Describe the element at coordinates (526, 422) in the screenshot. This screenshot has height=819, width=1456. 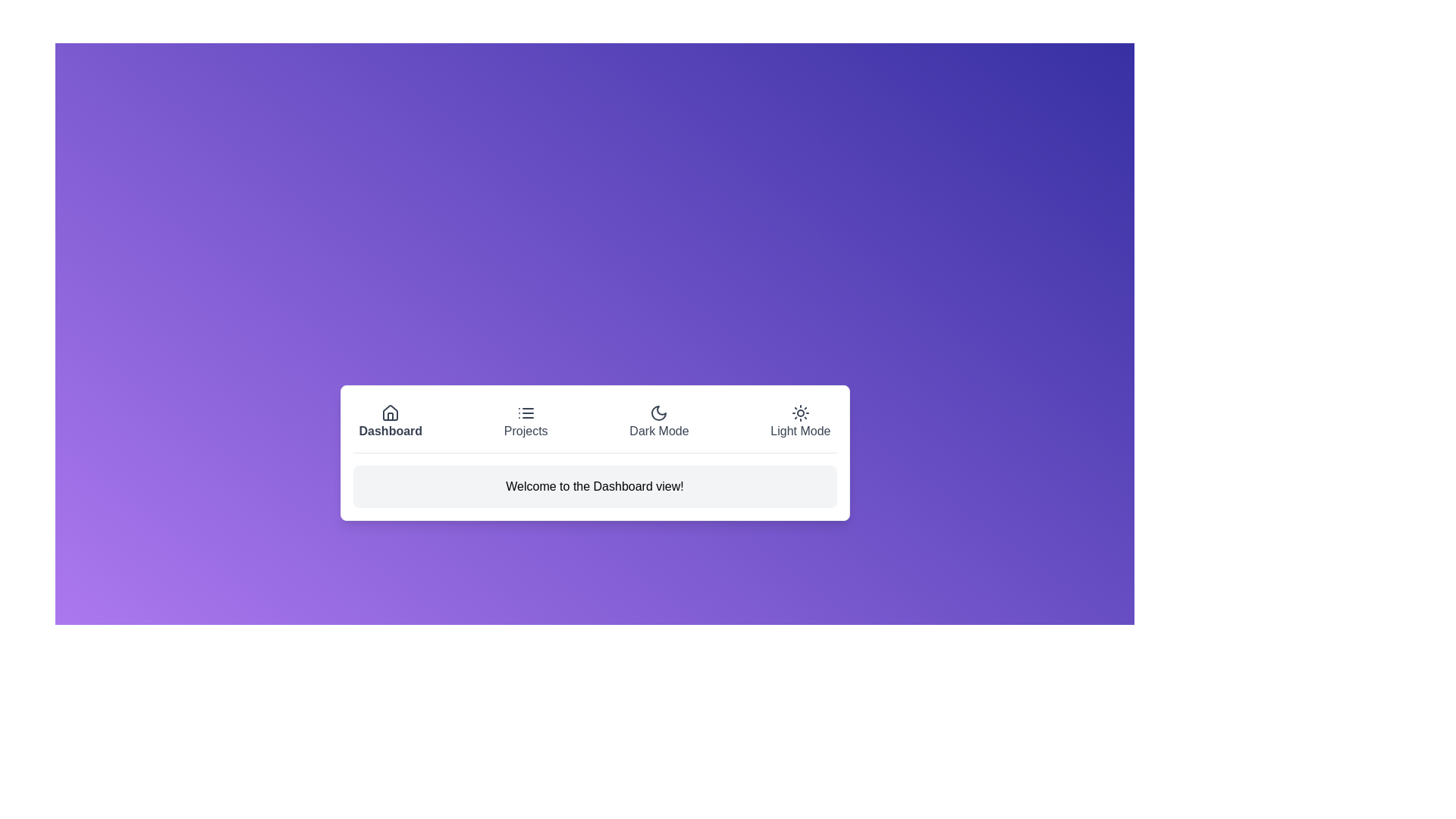
I see `the button labeled Projects` at that location.